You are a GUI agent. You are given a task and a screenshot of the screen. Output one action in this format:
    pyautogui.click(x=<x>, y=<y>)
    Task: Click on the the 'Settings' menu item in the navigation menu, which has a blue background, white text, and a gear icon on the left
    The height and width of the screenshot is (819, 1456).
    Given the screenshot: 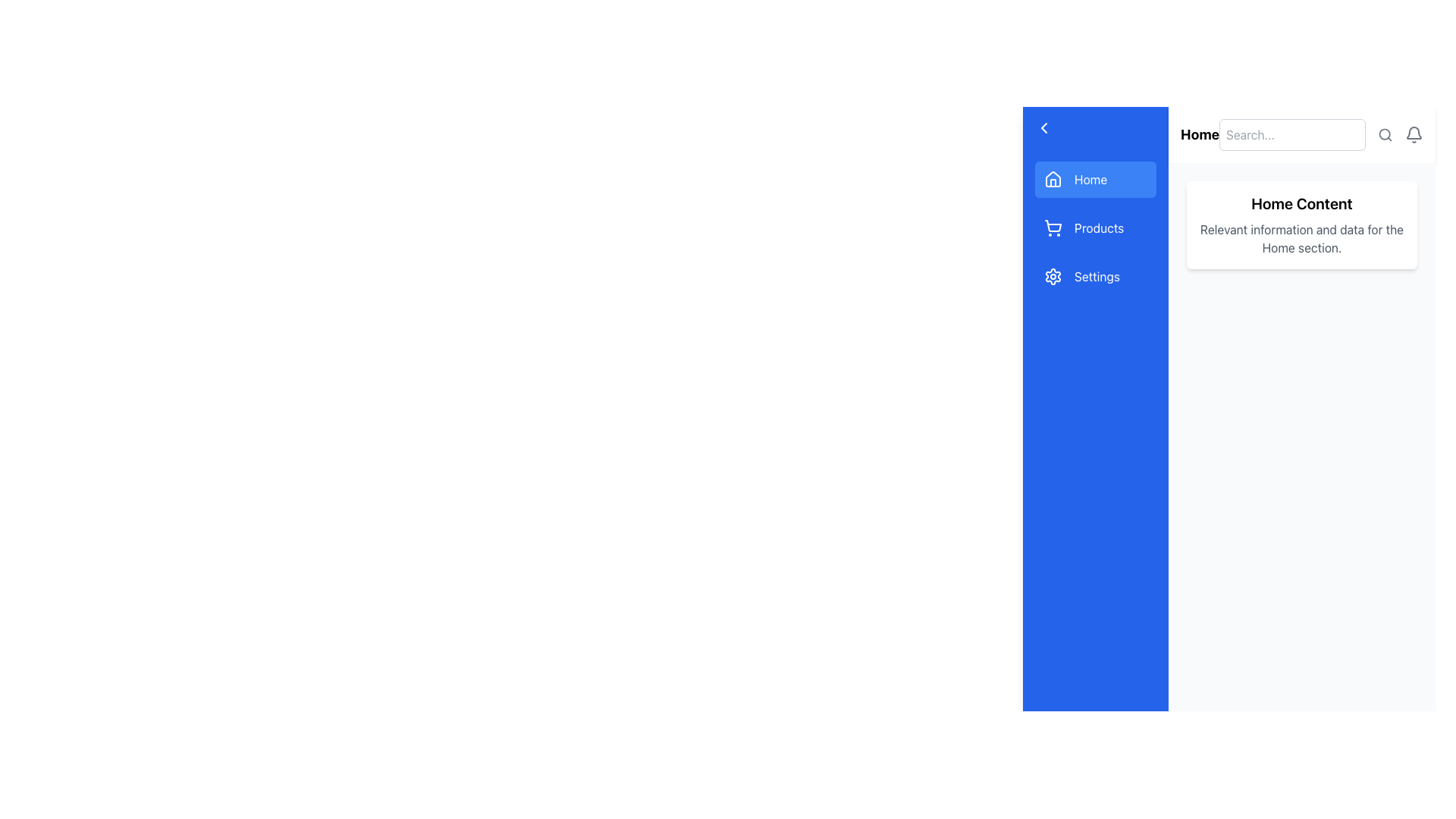 What is the action you would take?
    pyautogui.click(x=1095, y=277)
    